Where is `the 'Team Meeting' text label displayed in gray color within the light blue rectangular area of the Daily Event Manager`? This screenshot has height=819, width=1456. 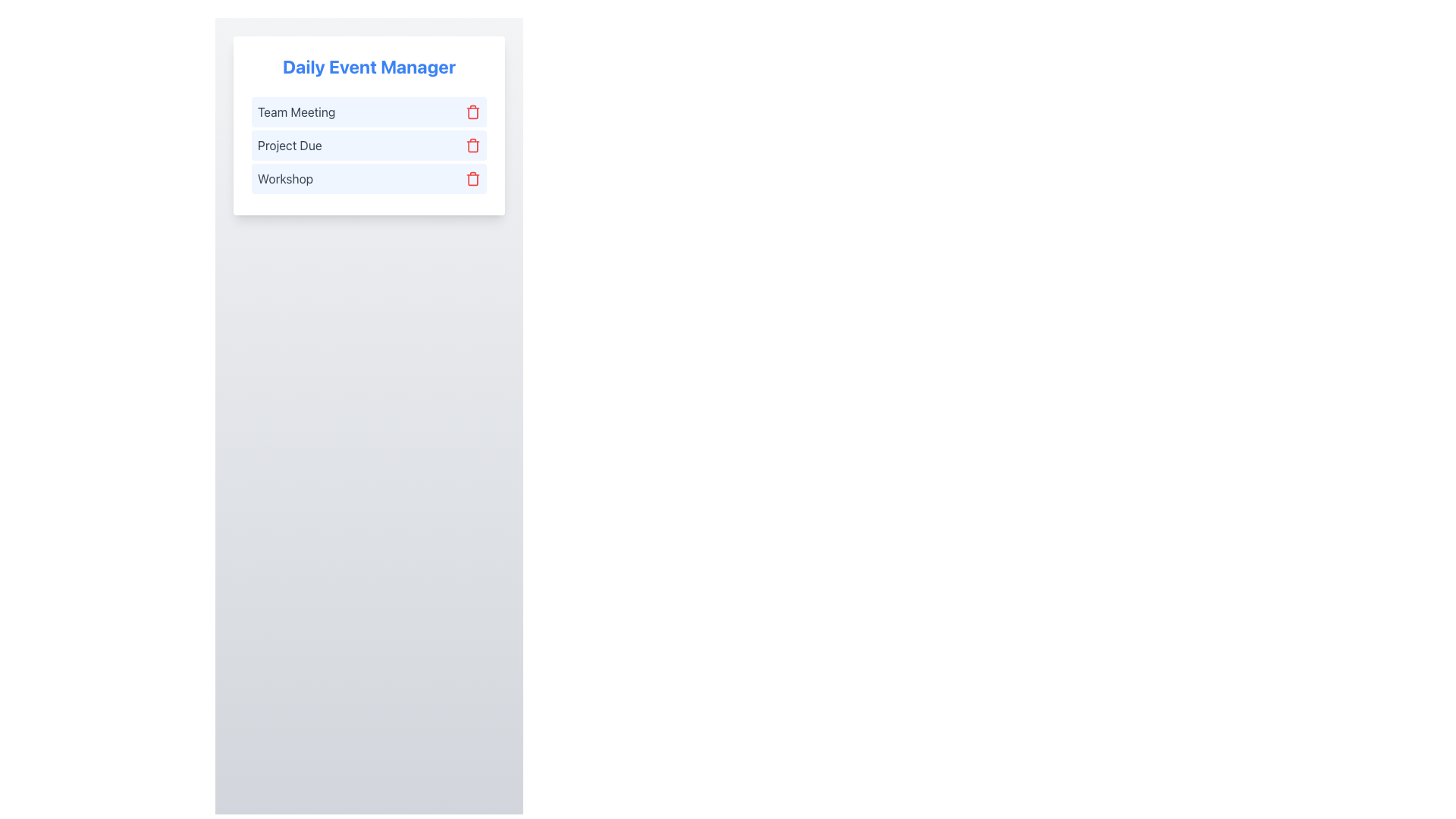 the 'Team Meeting' text label displayed in gray color within the light blue rectangular area of the Daily Event Manager is located at coordinates (297, 111).